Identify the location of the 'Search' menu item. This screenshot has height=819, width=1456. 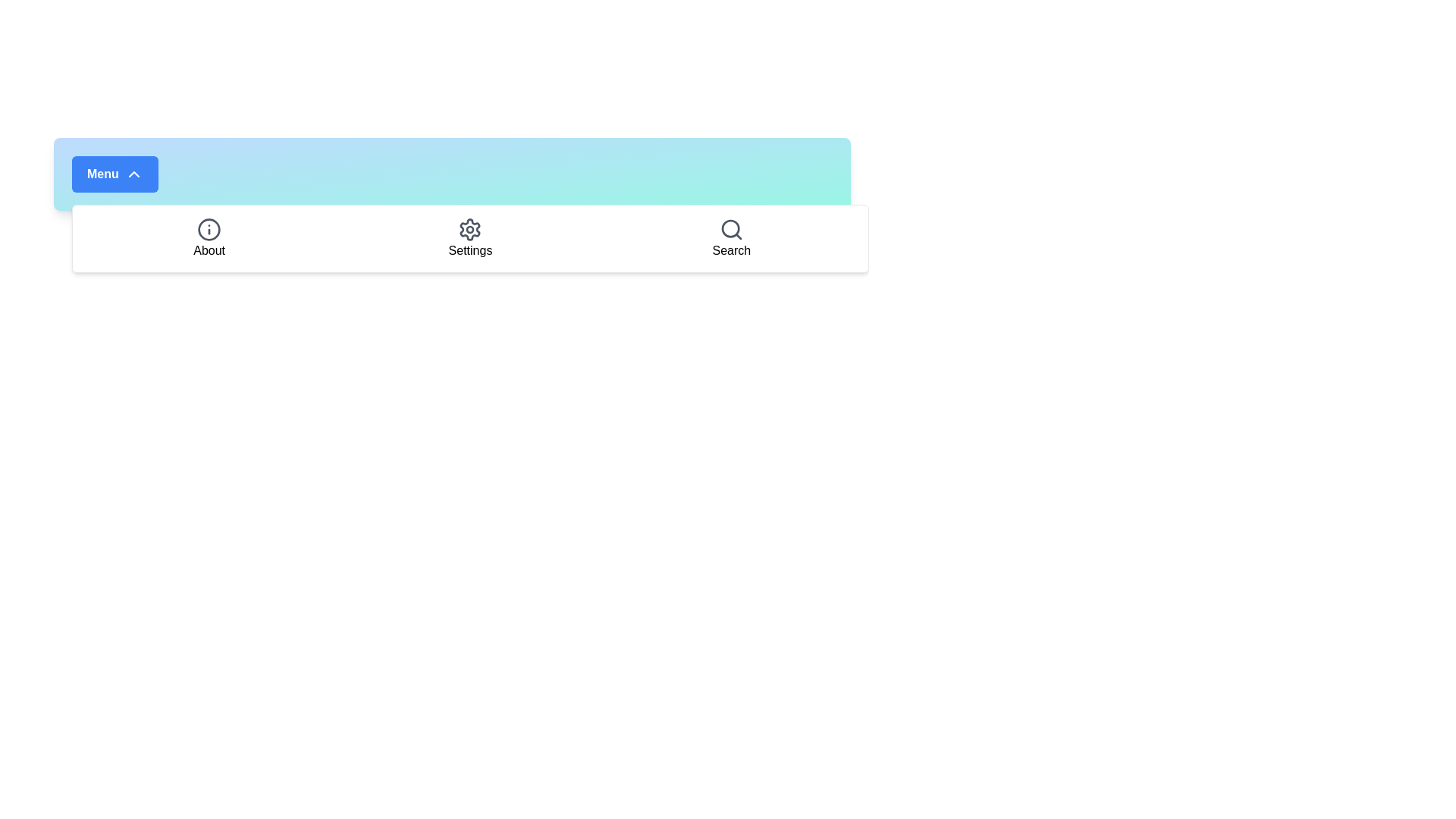
(731, 239).